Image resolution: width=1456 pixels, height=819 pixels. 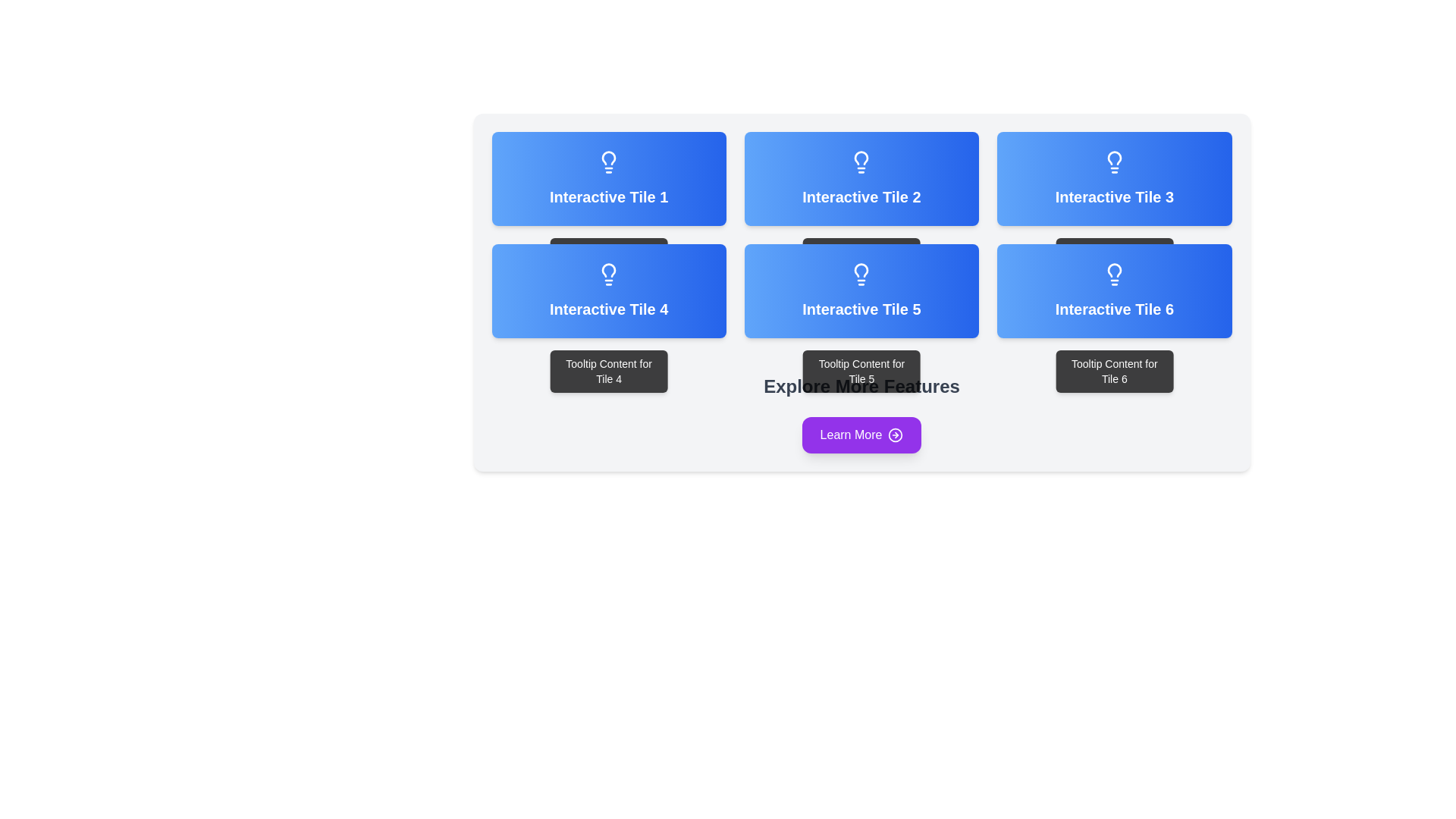 What do you see at coordinates (609, 309) in the screenshot?
I see `the text label reading 'Interactive Tile 4'` at bounding box center [609, 309].